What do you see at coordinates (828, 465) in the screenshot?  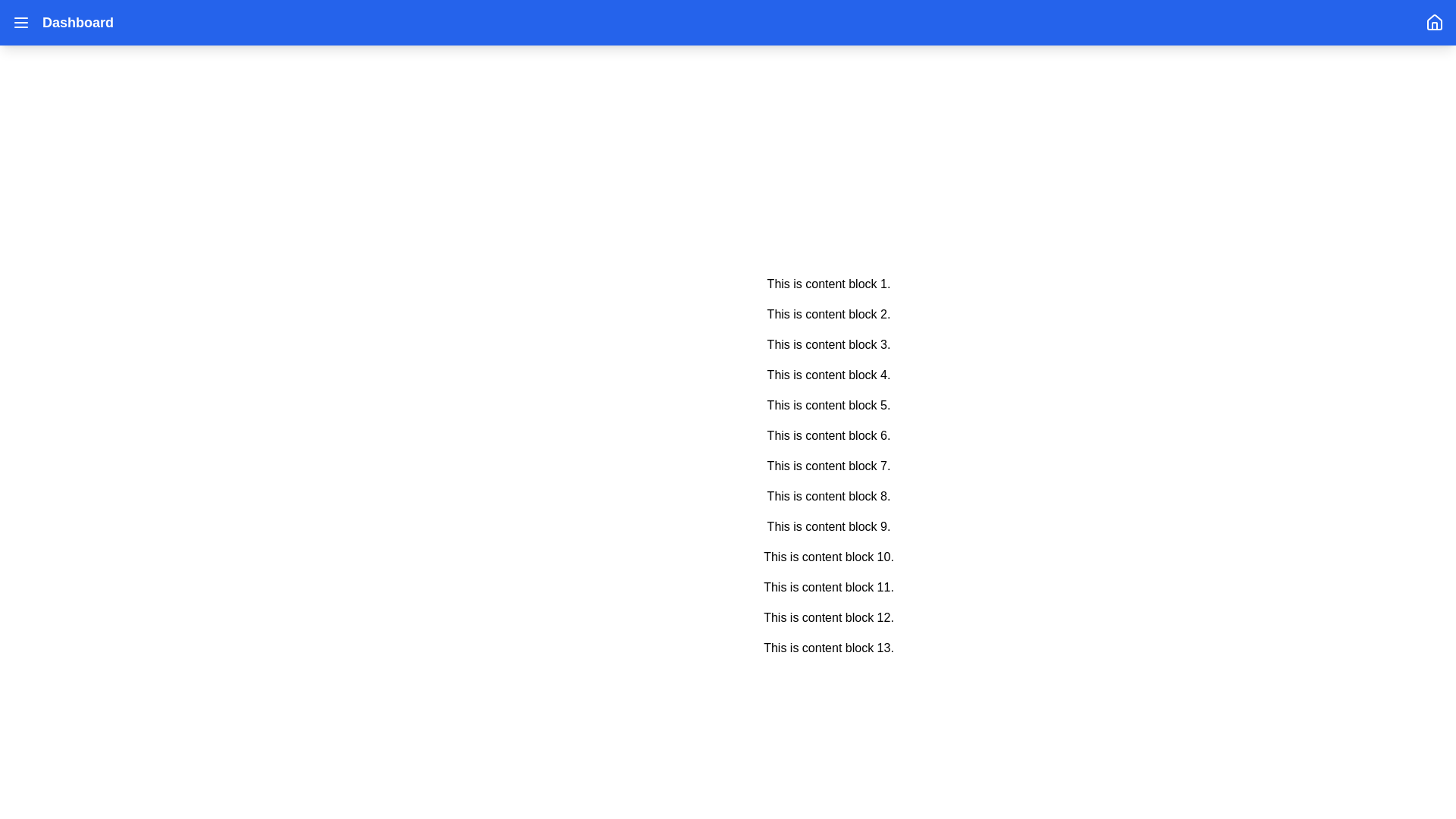 I see `the text block reading 'This is content block 7.' which is centrally located between 'This is content block 6.' and 'This is content block 8.'` at bounding box center [828, 465].